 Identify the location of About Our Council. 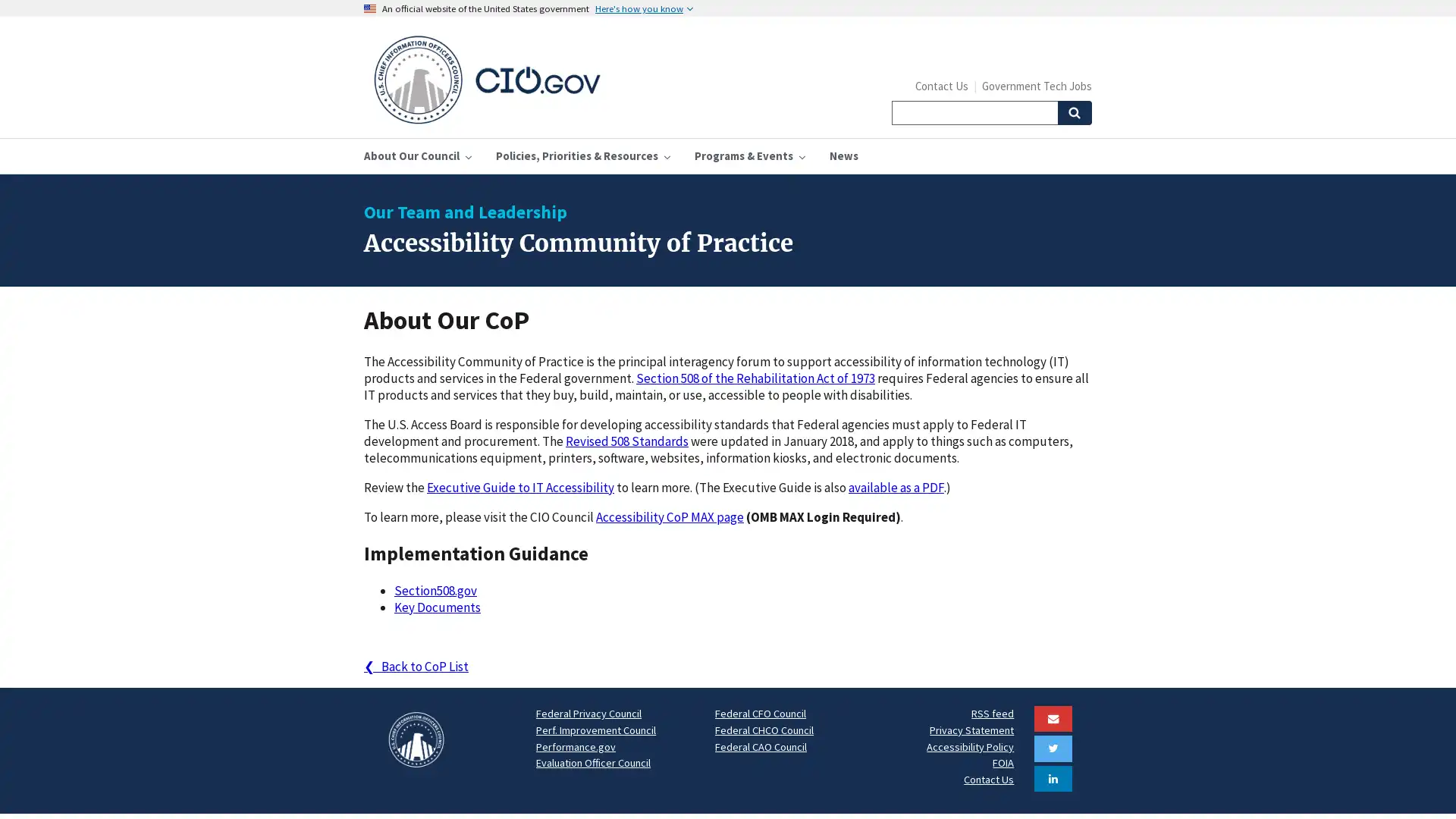
(418, 155).